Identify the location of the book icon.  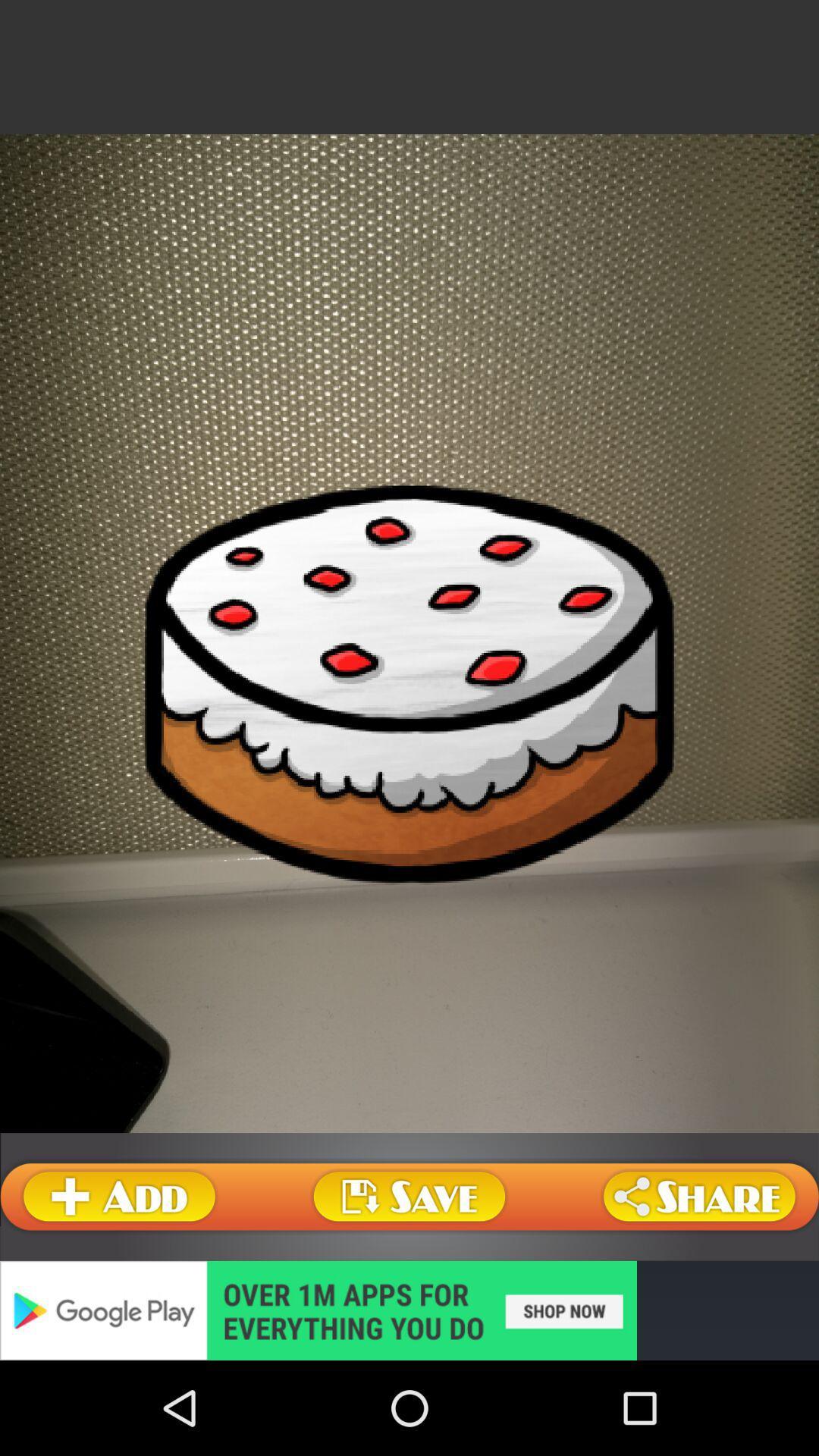
(108, 1279).